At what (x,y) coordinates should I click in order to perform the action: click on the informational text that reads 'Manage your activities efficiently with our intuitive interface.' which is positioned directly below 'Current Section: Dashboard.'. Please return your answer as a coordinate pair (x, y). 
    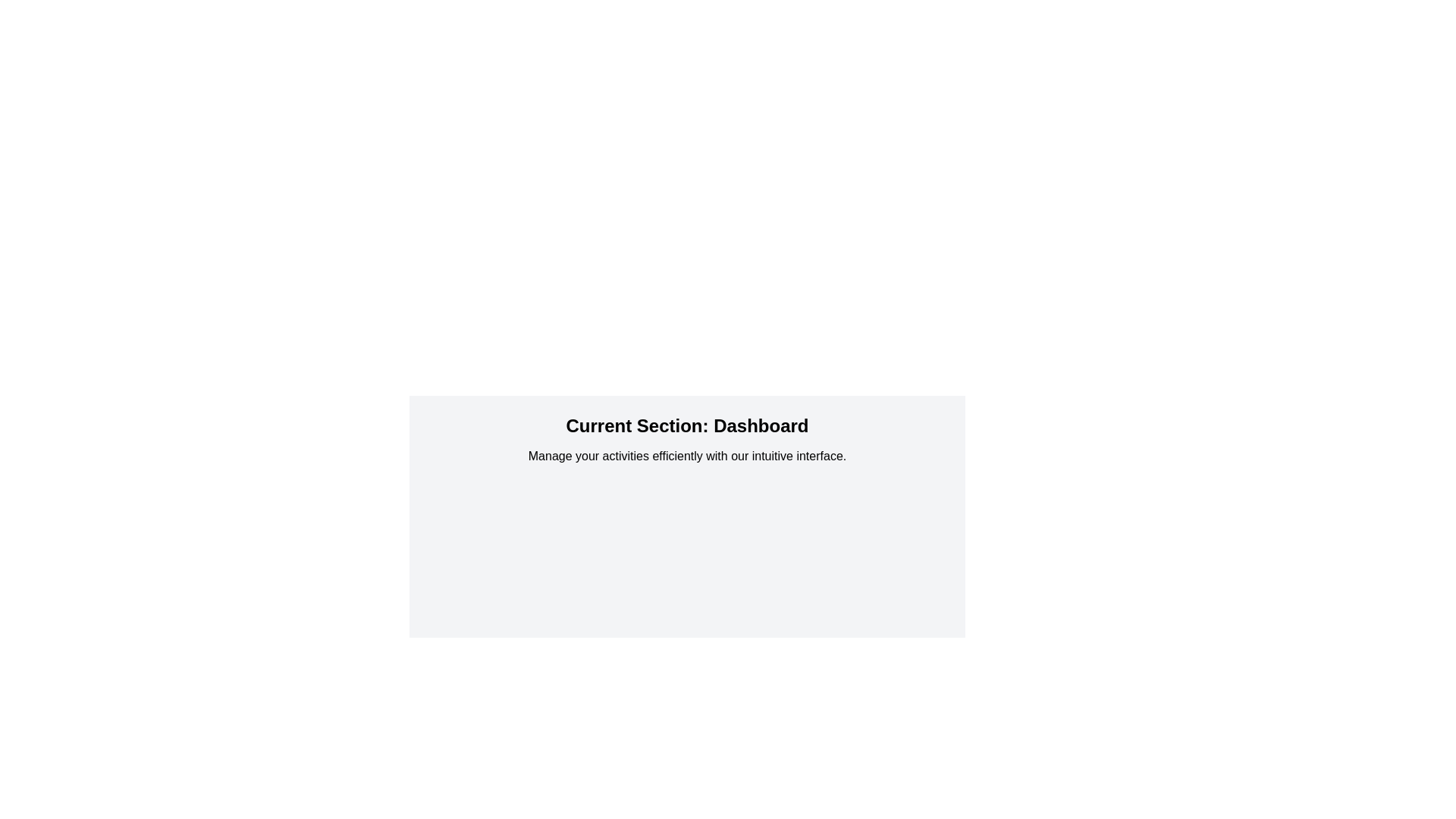
    Looking at the image, I should click on (686, 455).